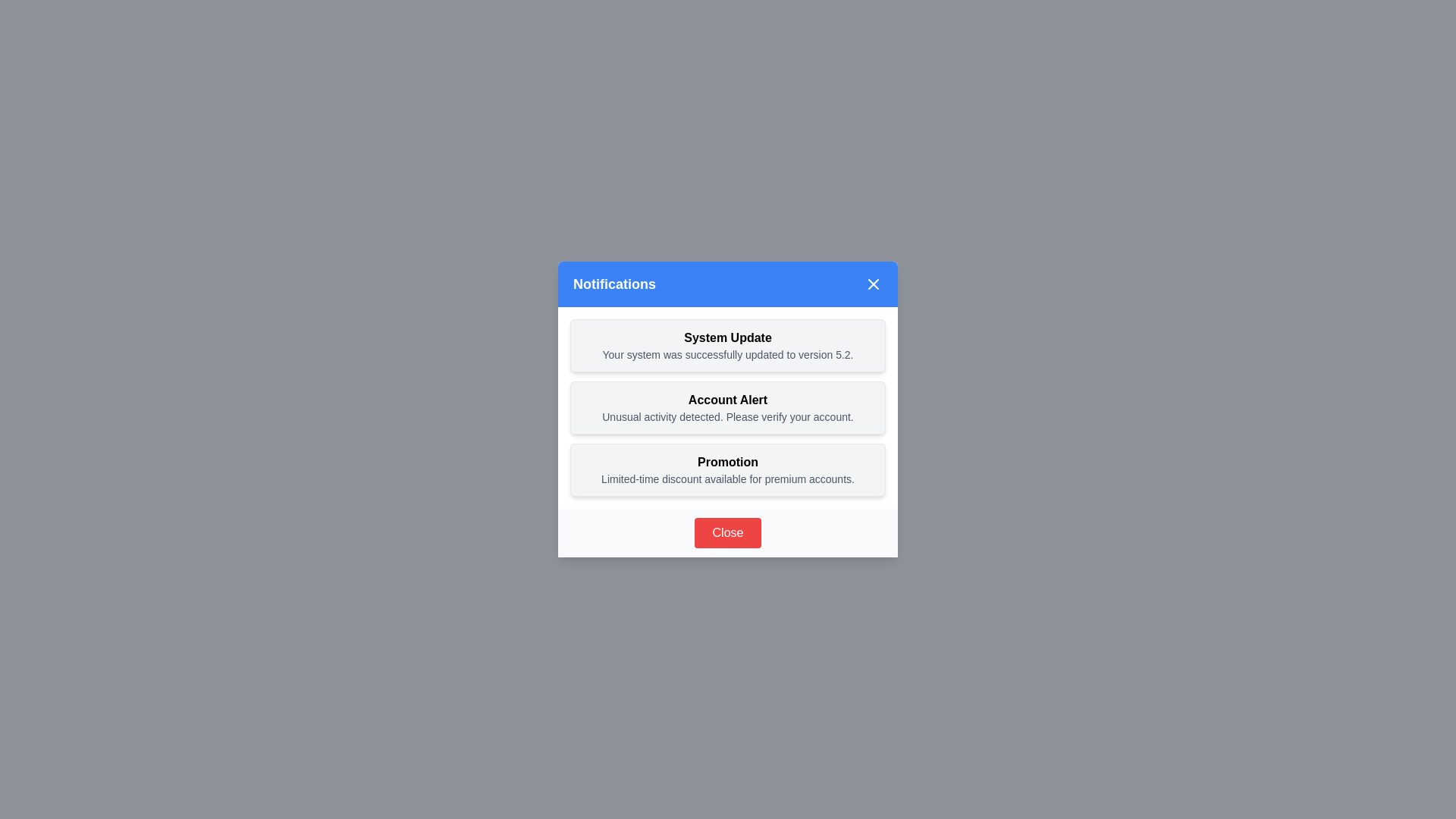  I want to click on the 'Close' button with a red background and white text at the bottom of the notification dialog, so click(728, 532).